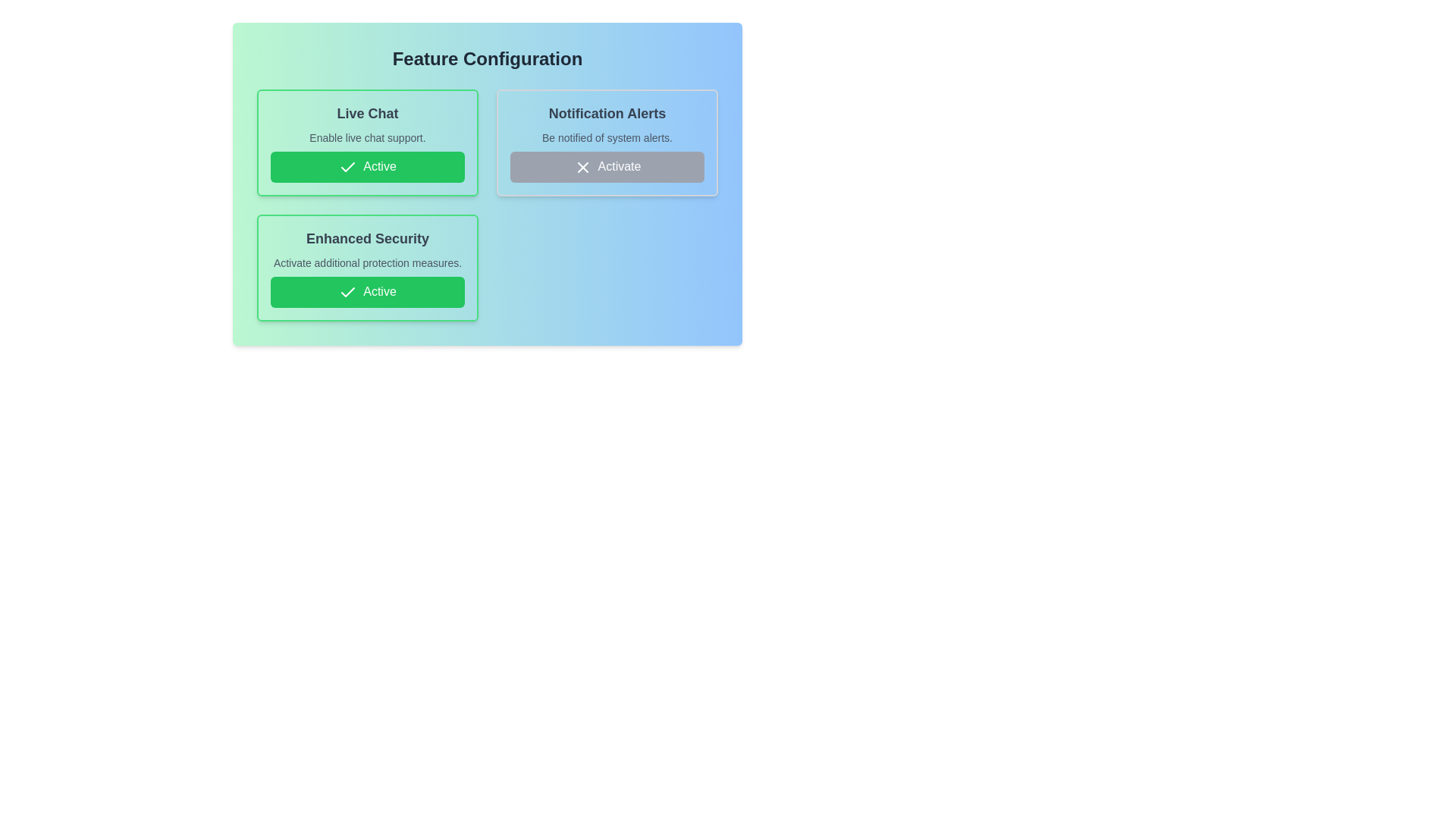 This screenshot has height=819, width=1456. I want to click on the text and description of the feature Live Chat, so click(367, 143).